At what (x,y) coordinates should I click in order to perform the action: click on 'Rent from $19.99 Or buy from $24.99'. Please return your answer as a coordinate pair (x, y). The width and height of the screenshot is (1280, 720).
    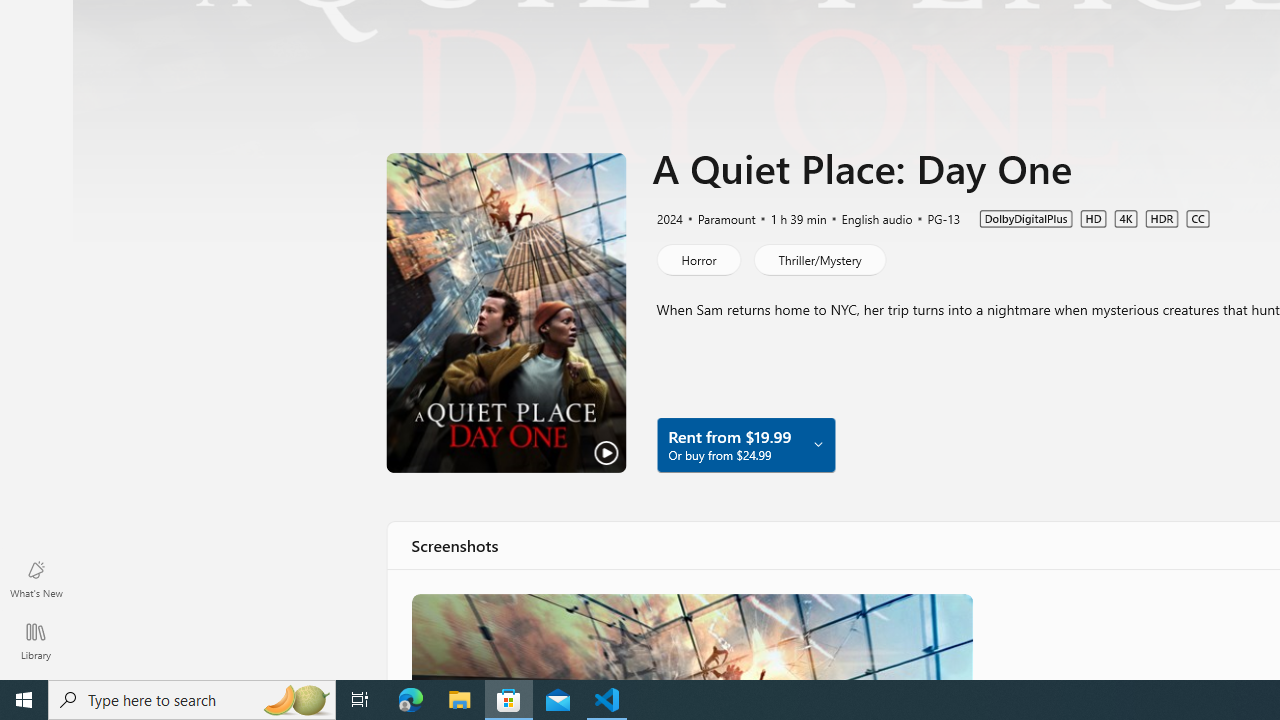
    Looking at the image, I should click on (744, 443).